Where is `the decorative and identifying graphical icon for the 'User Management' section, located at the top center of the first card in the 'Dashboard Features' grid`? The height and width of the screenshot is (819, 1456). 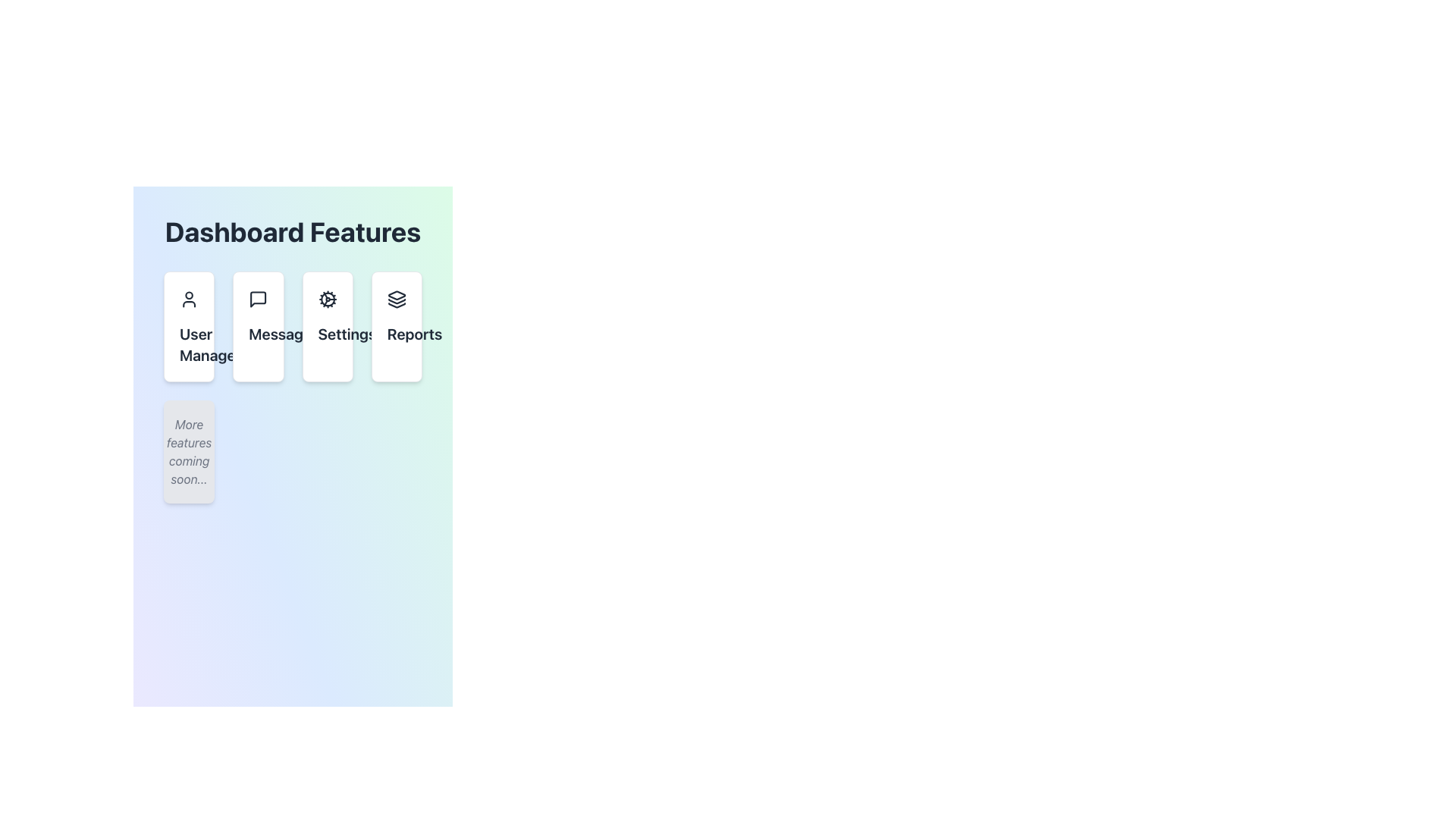
the decorative and identifying graphical icon for the 'User Management' section, located at the top center of the first card in the 'Dashboard Features' grid is located at coordinates (188, 299).